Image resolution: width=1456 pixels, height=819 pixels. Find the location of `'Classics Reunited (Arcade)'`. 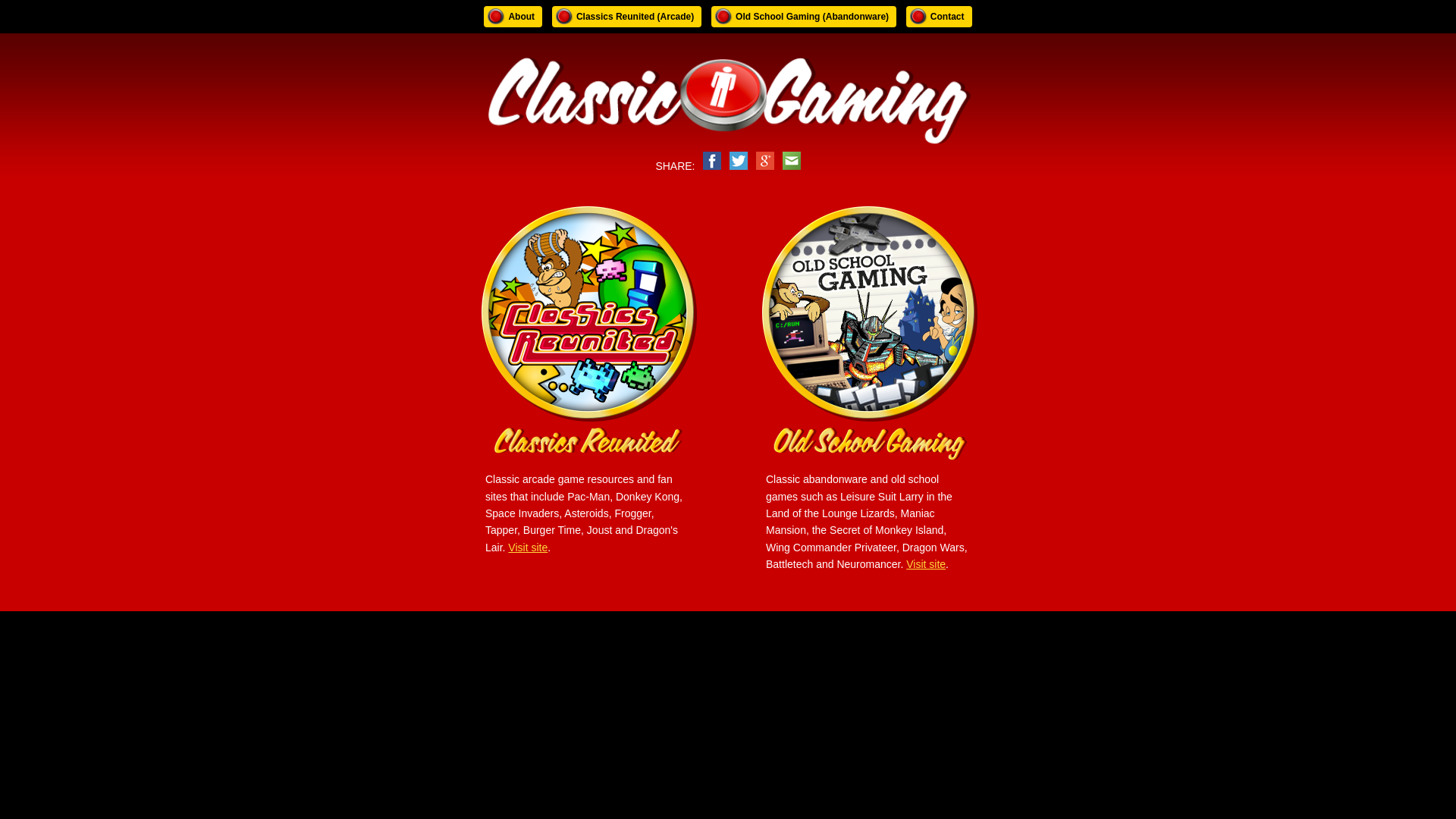

'Classics Reunited (Arcade)' is located at coordinates (626, 17).